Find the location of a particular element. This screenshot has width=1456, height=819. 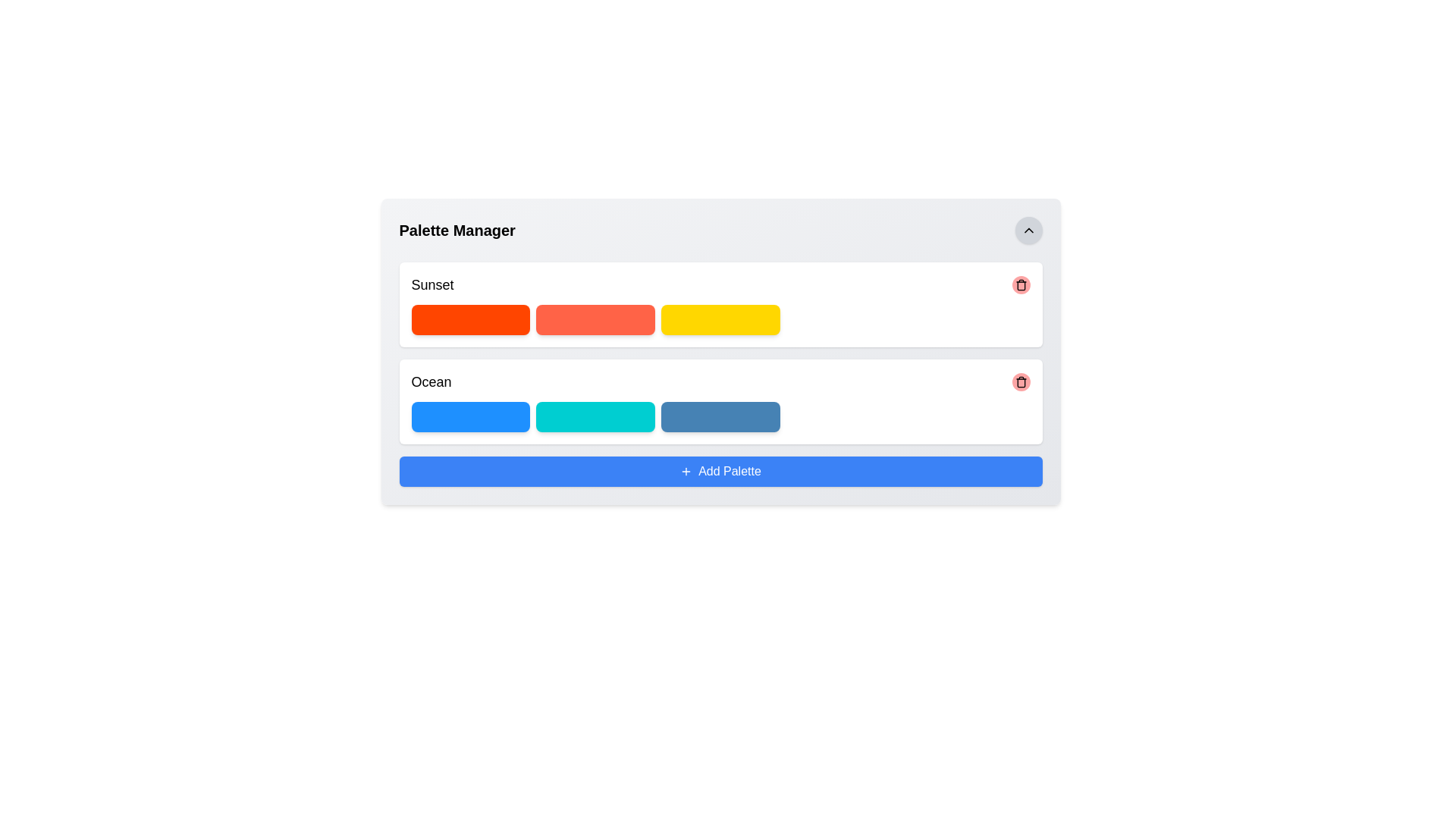

the 'Add Palette' button, which is a horizontally elongated button with rounded corners, blue background, and white text, located at the bottom of the group interface is located at coordinates (720, 470).